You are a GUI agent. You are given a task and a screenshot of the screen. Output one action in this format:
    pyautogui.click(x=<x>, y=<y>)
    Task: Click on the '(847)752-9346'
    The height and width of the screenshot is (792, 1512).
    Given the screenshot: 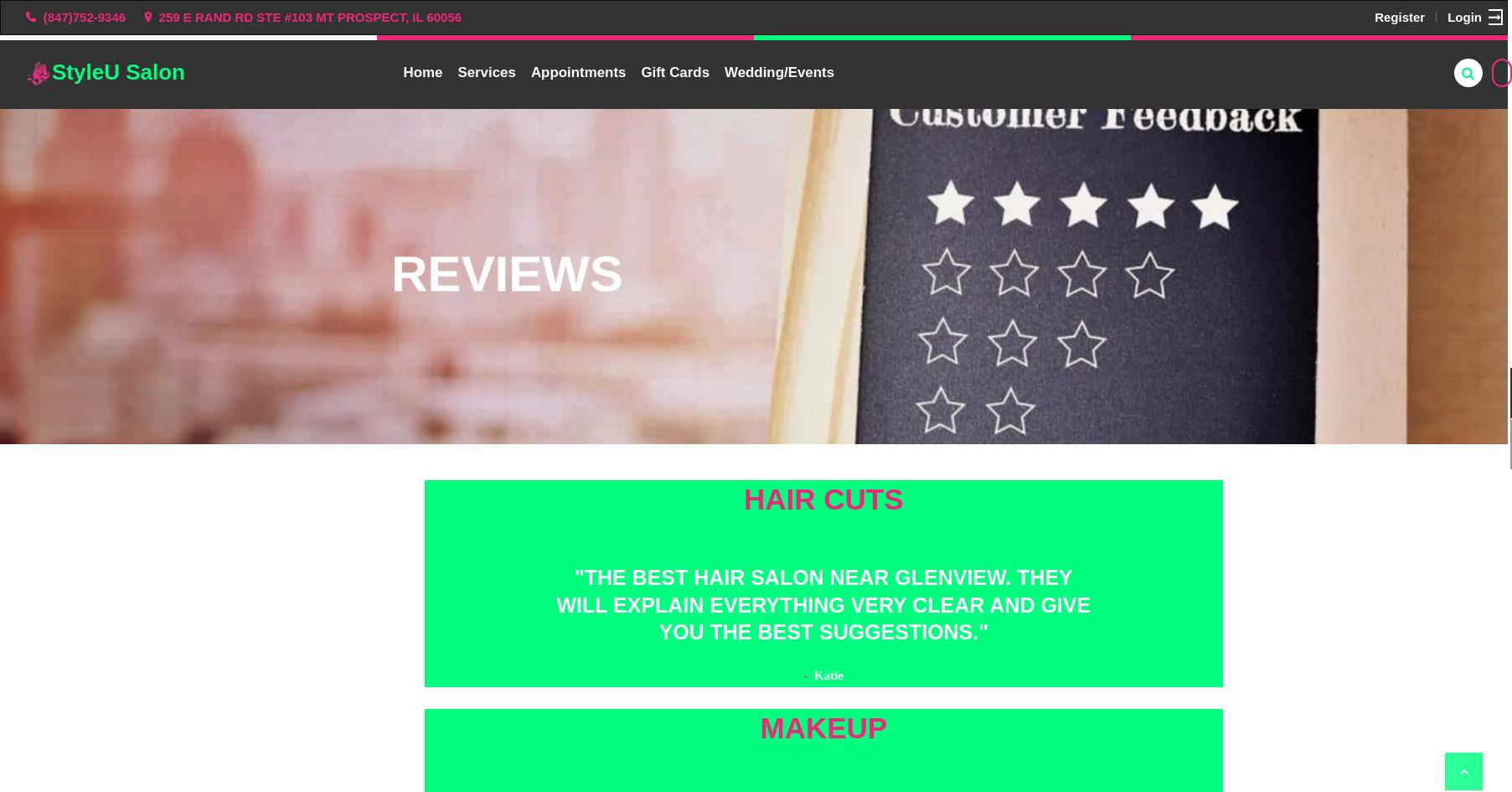 What is the action you would take?
    pyautogui.click(x=84, y=16)
    